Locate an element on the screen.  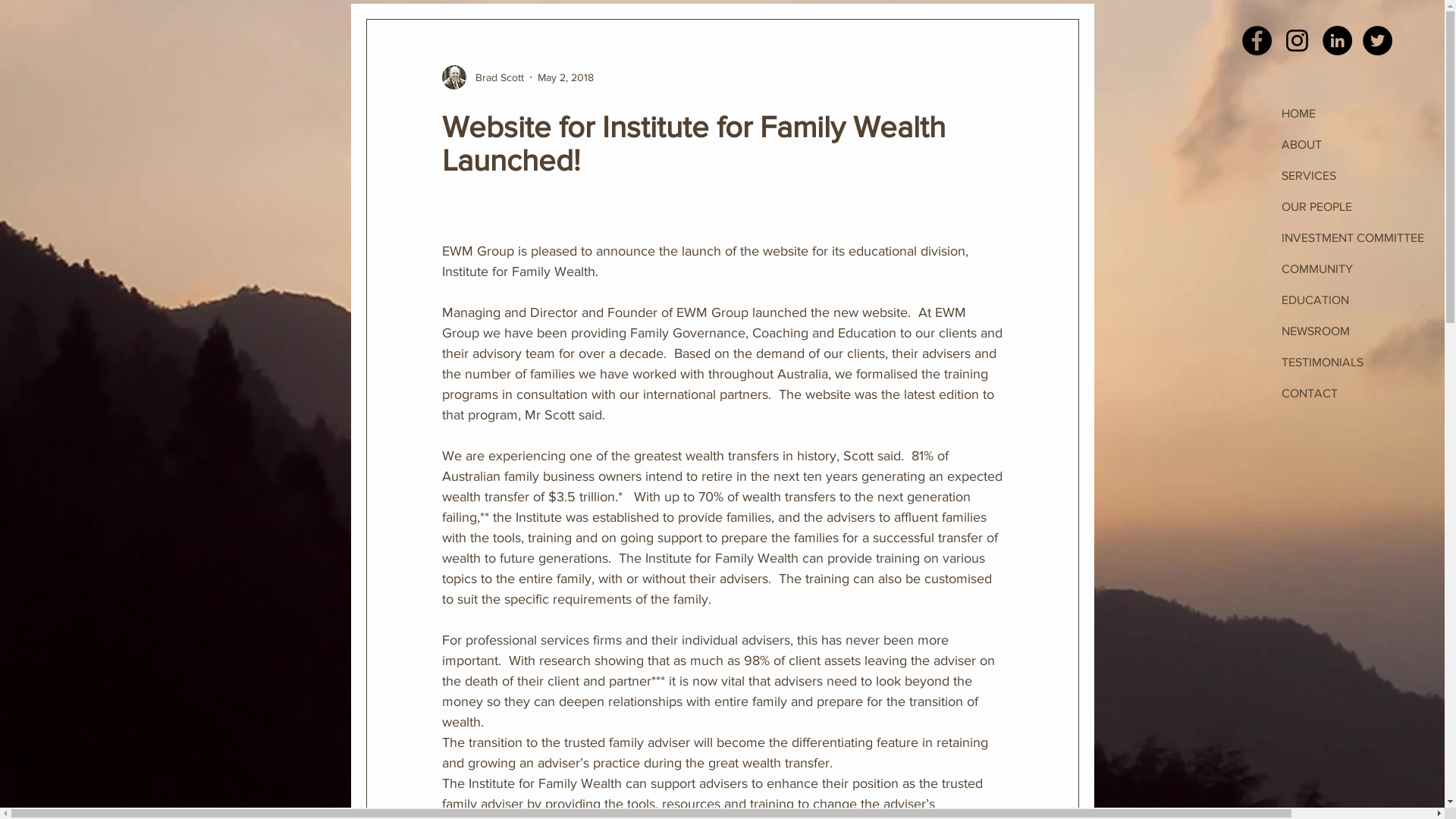
'EDUCATION' is located at coordinates (1362, 300).